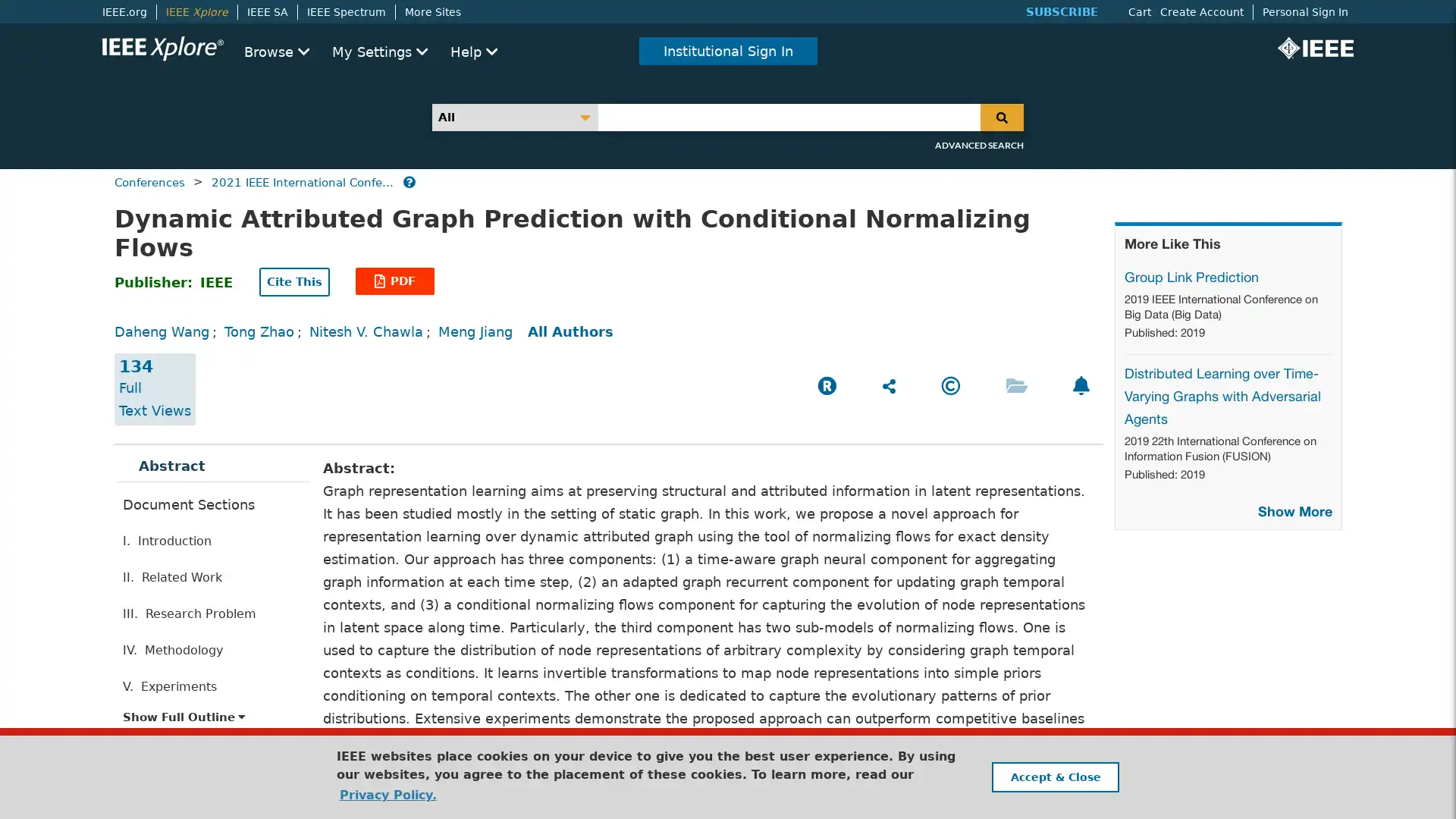  What do you see at coordinates (155, 388) in the screenshot?
I see `134 Full Text Views` at bounding box center [155, 388].